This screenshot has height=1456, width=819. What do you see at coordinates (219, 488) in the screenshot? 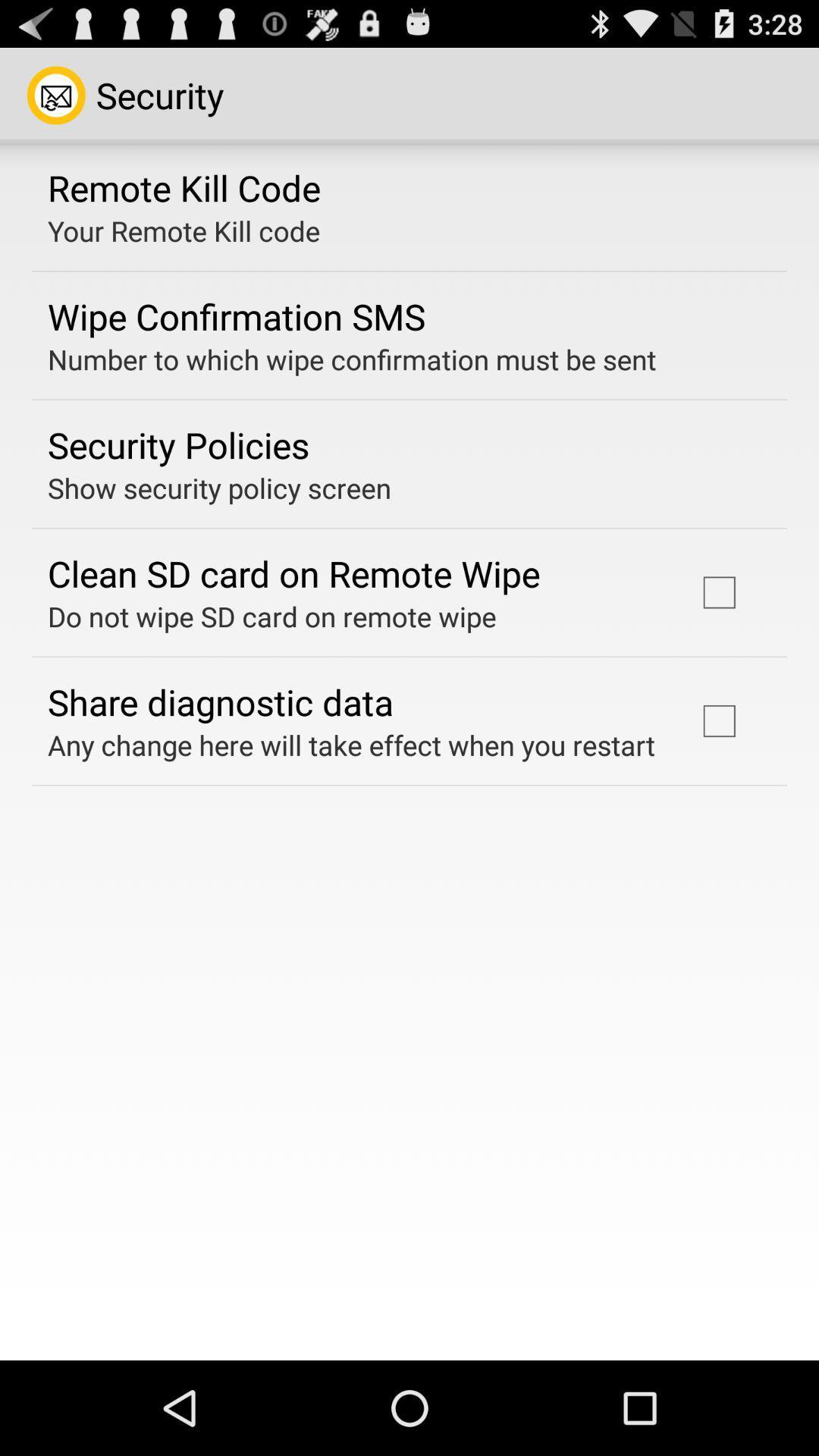
I see `show security policy icon` at bounding box center [219, 488].